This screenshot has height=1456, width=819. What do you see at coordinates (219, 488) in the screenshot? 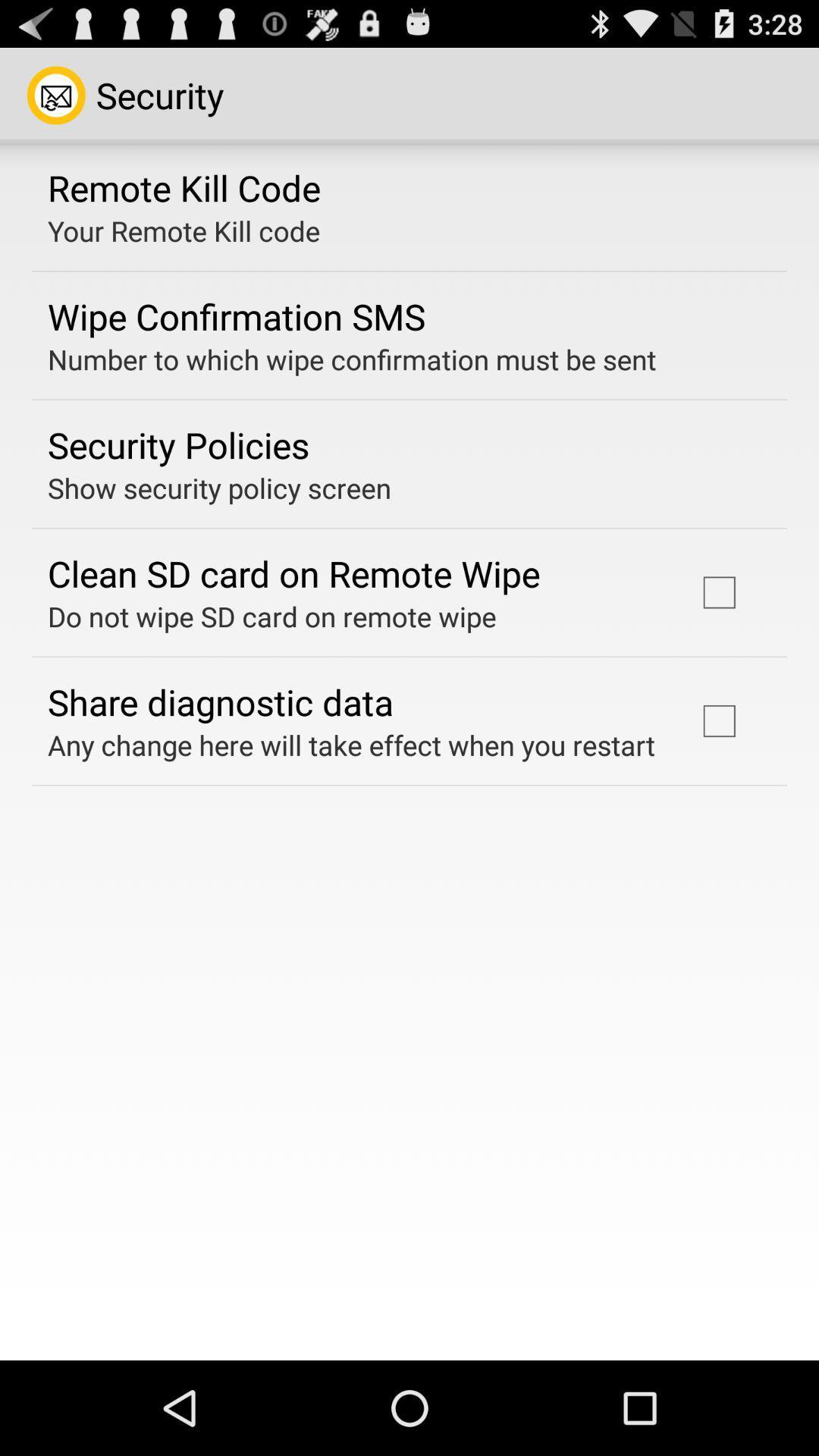
I see `show security policy icon` at bounding box center [219, 488].